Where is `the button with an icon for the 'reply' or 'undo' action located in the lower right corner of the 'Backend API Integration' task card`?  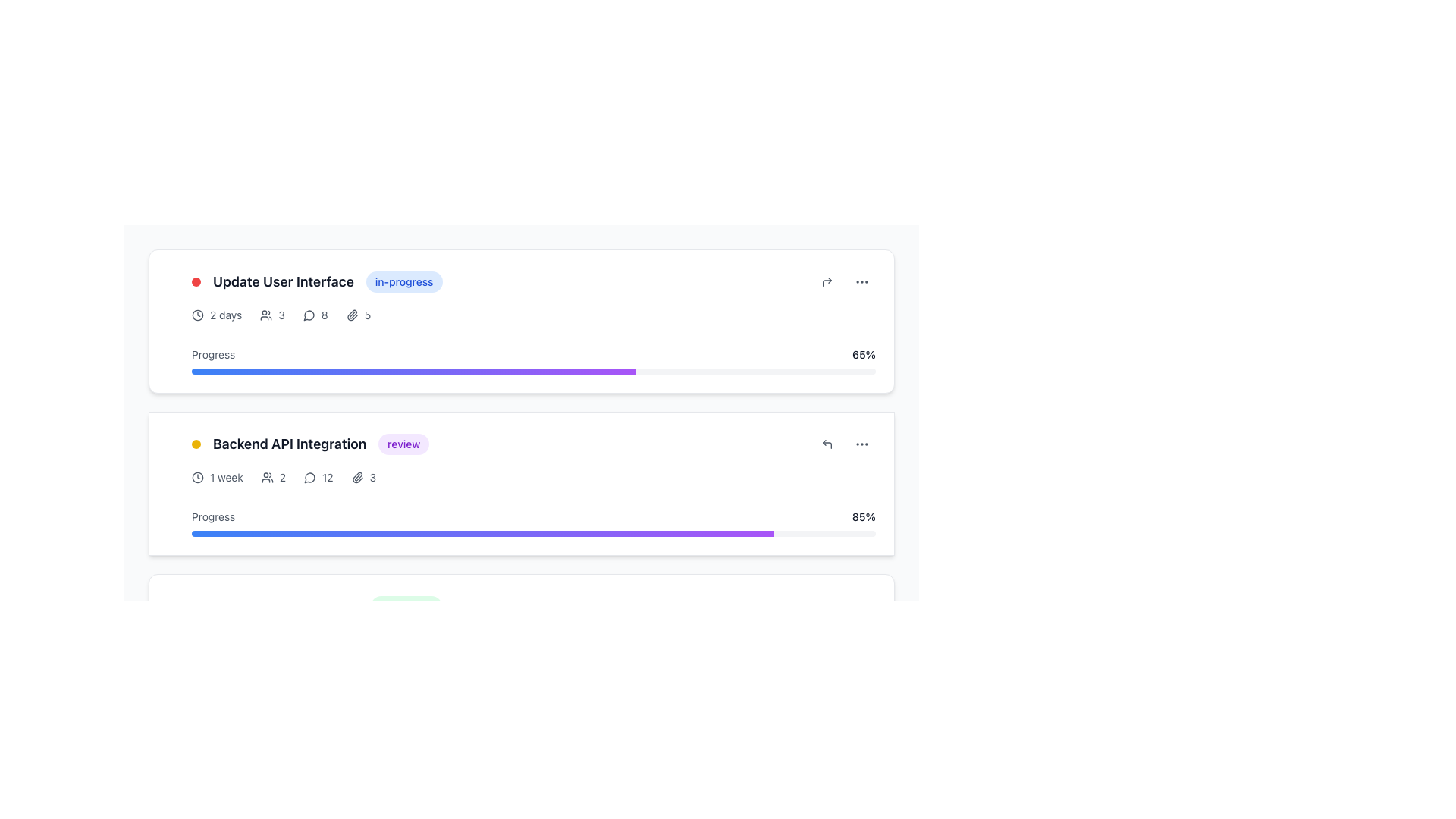 the button with an icon for the 'reply' or 'undo' action located in the lower right corner of the 'Backend API Integration' task card is located at coordinates (826, 444).